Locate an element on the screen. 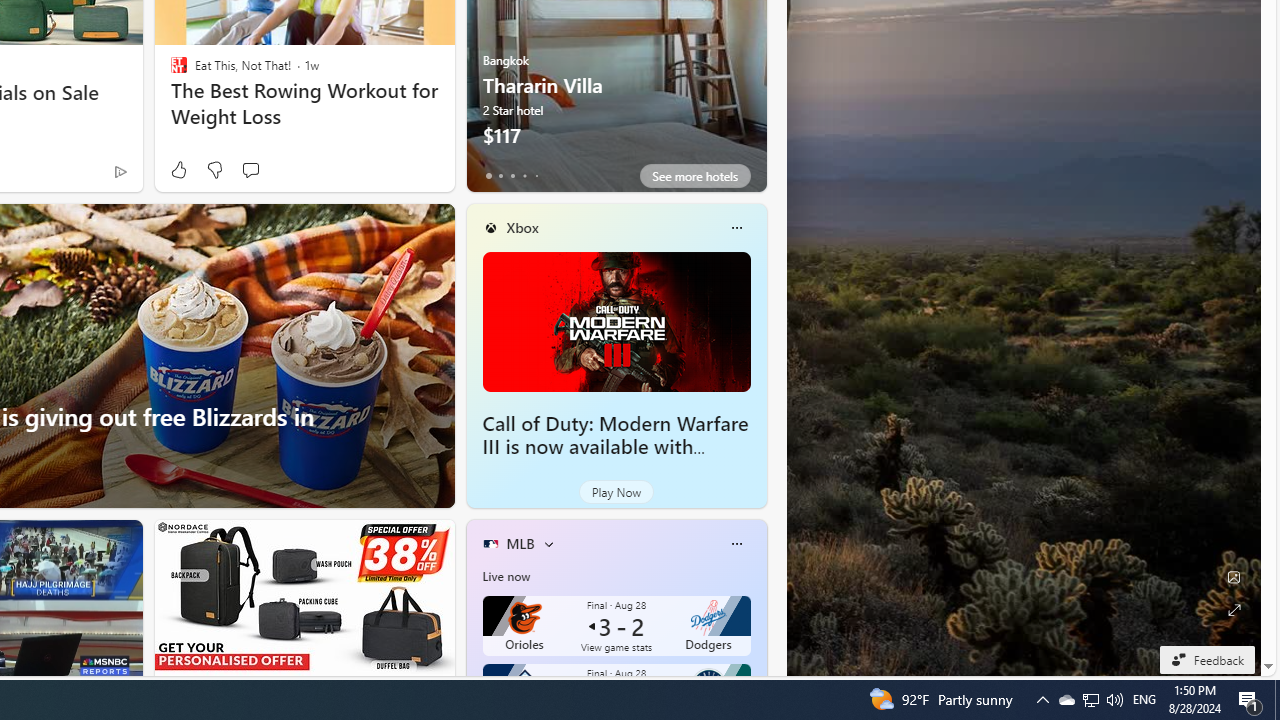  'See more hotels' is located at coordinates (695, 175).